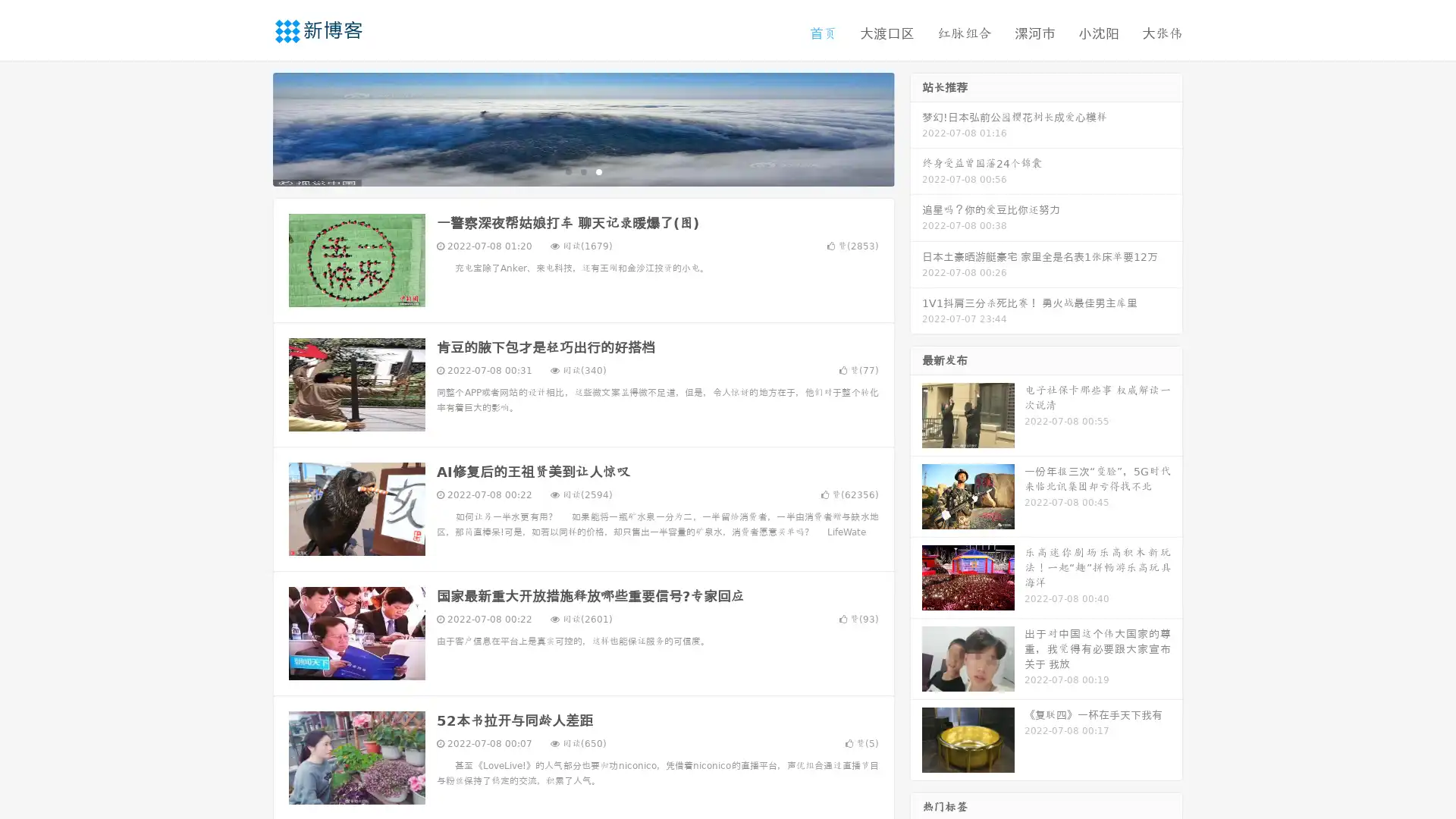 The width and height of the screenshot is (1456, 819). Describe the element at coordinates (582, 171) in the screenshot. I see `Go to slide 2` at that location.